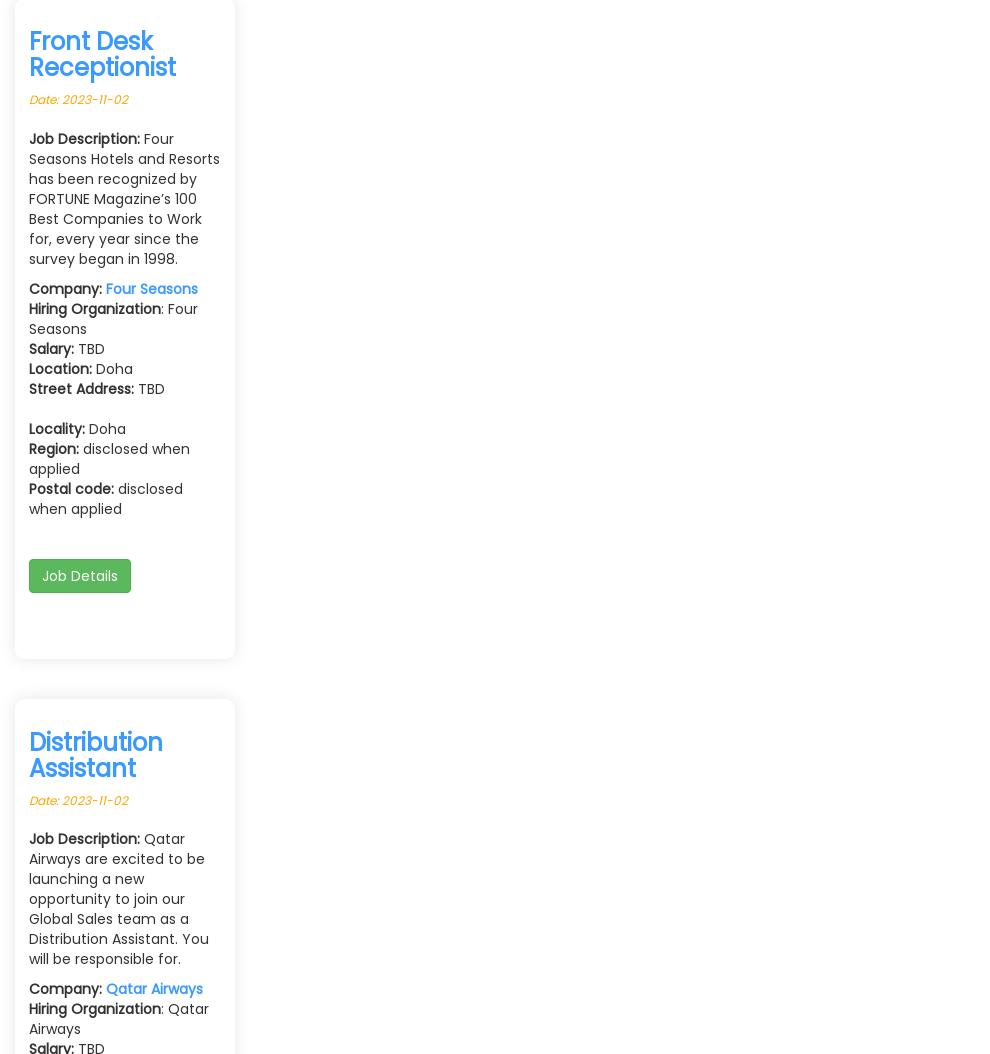  I want to click on 'Location:', so click(28, 367).